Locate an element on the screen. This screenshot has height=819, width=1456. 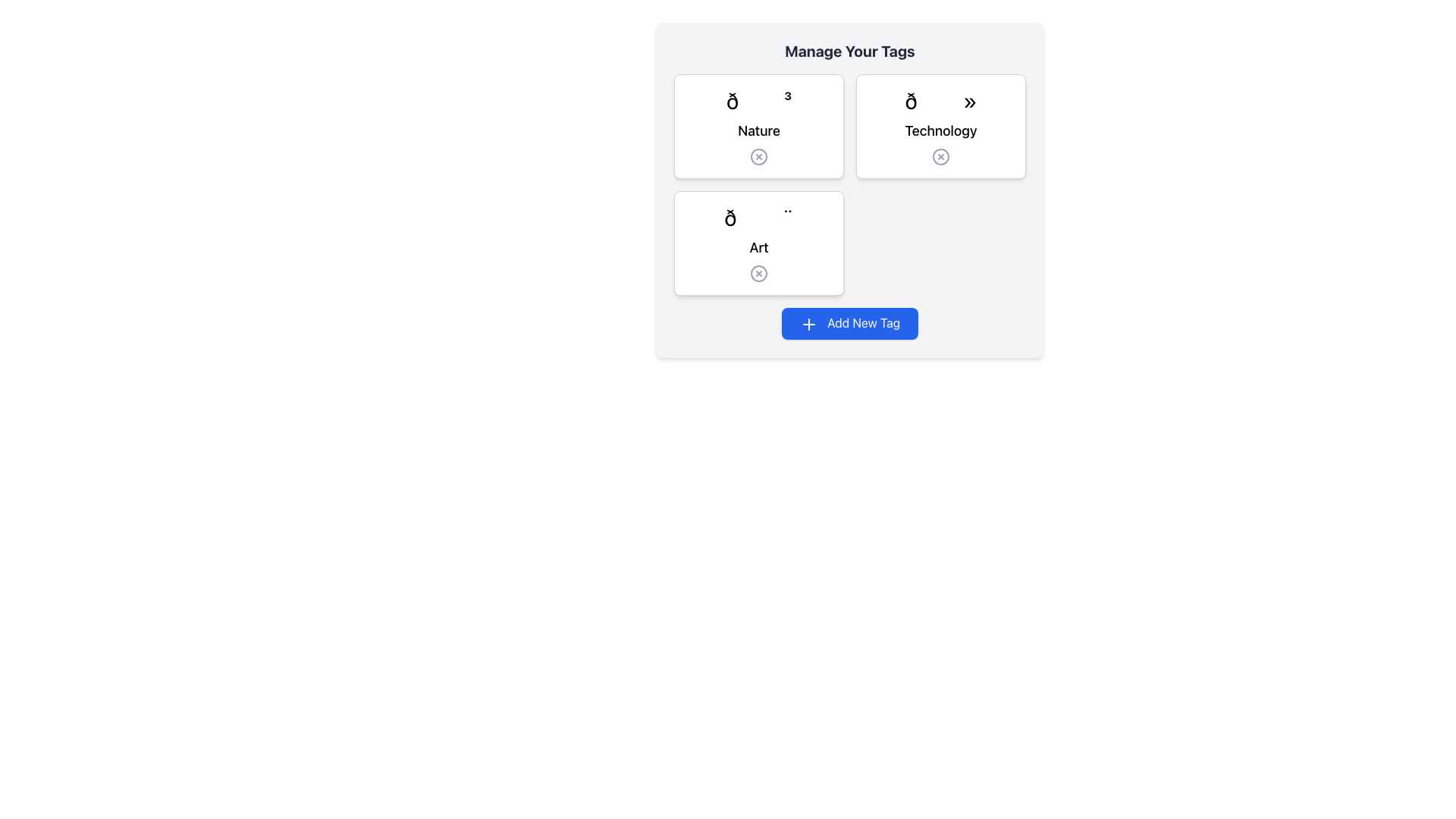
the 'Technology' category card, which is the second card in the grid layout, to observe any hover effects is located at coordinates (940, 125).